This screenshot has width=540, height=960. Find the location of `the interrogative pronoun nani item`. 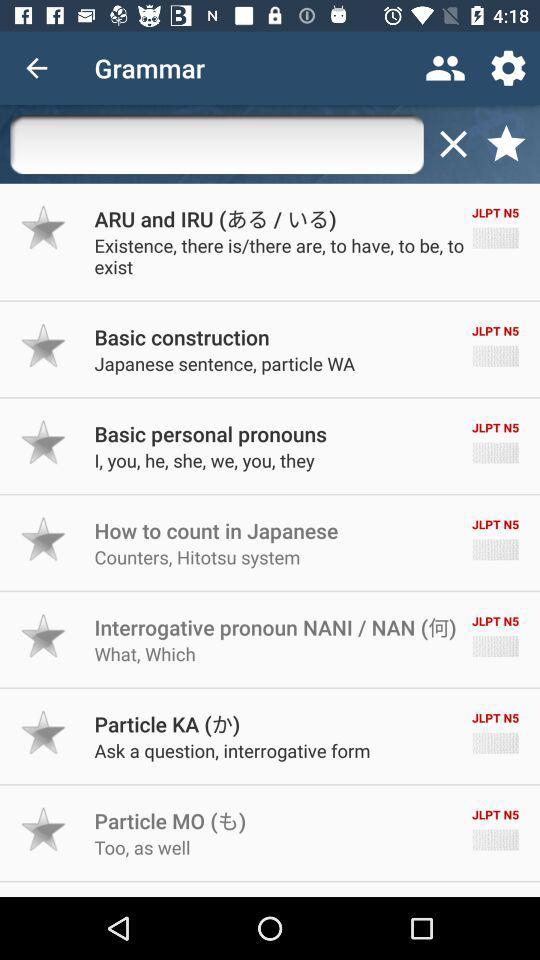

the interrogative pronoun nani item is located at coordinates (274, 626).